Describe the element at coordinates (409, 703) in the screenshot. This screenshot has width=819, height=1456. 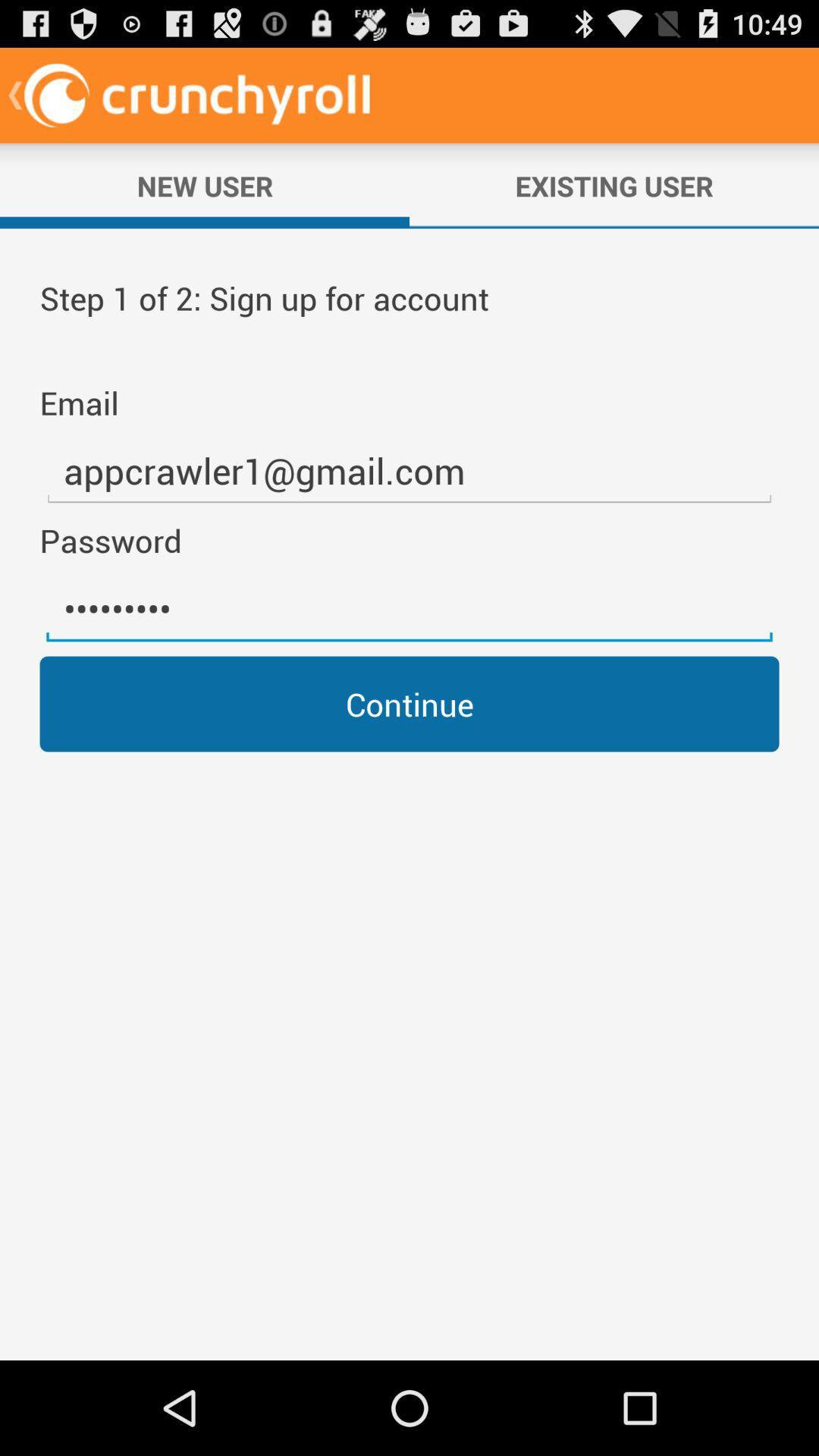
I see `the icon below the crowd3116` at that location.